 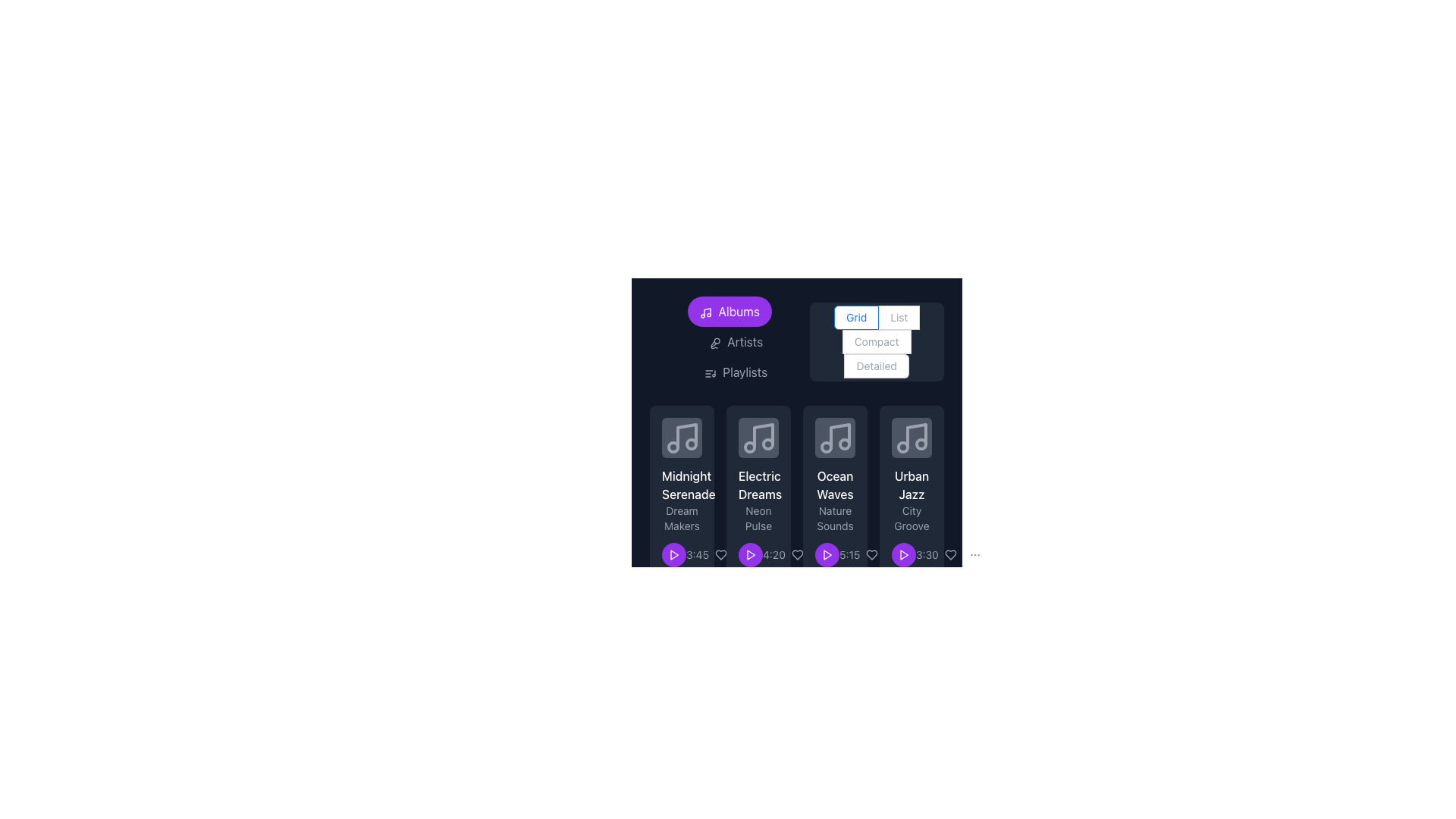 What do you see at coordinates (872, 555) in the screenshot?
I see `the 'like' or 'favorite' icon for the song 'Ocean Waves' located in the third card of the row` at bounding box center [872, 555].